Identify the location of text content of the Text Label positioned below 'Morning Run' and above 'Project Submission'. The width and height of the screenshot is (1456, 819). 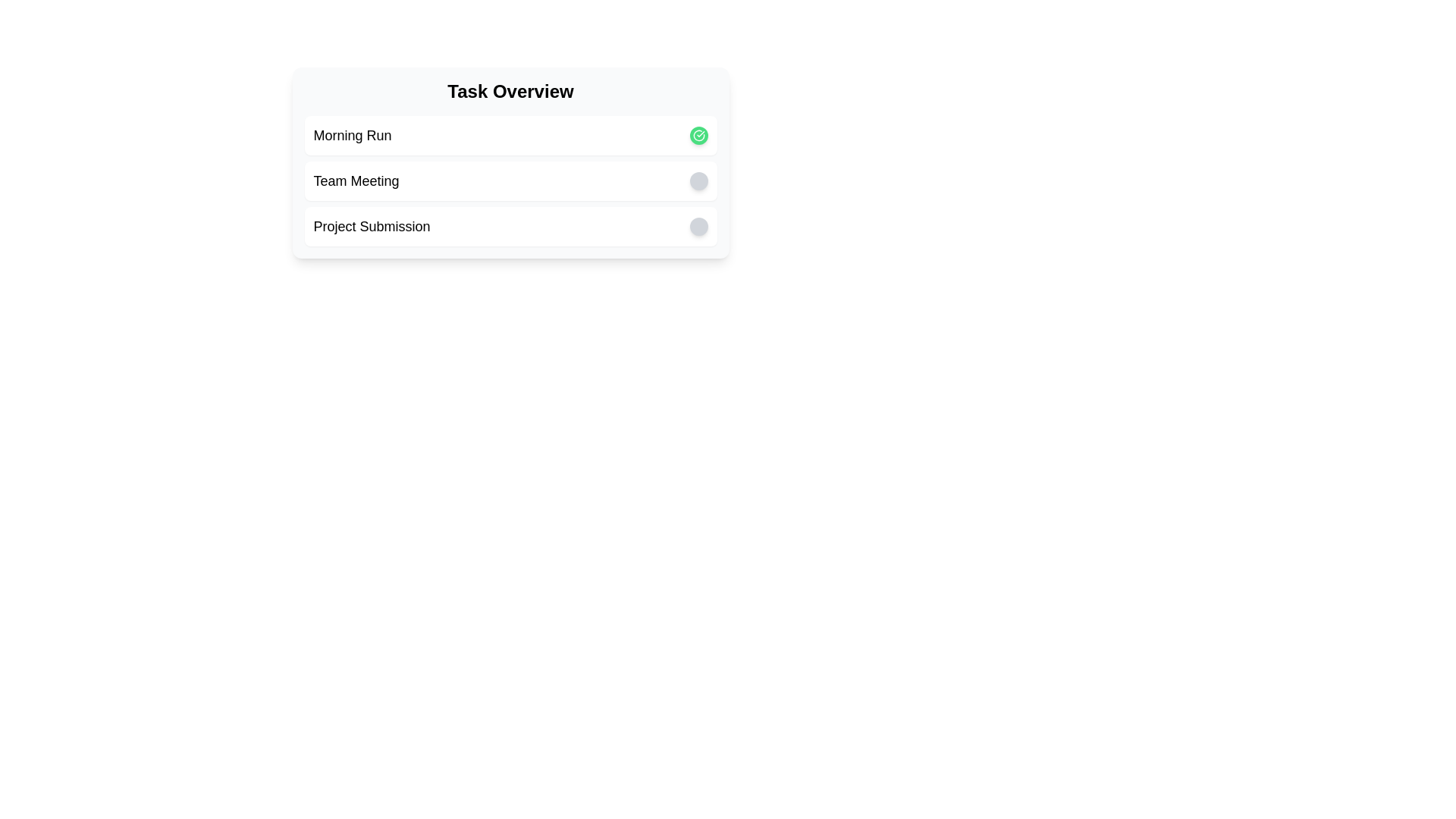
(356, 180).